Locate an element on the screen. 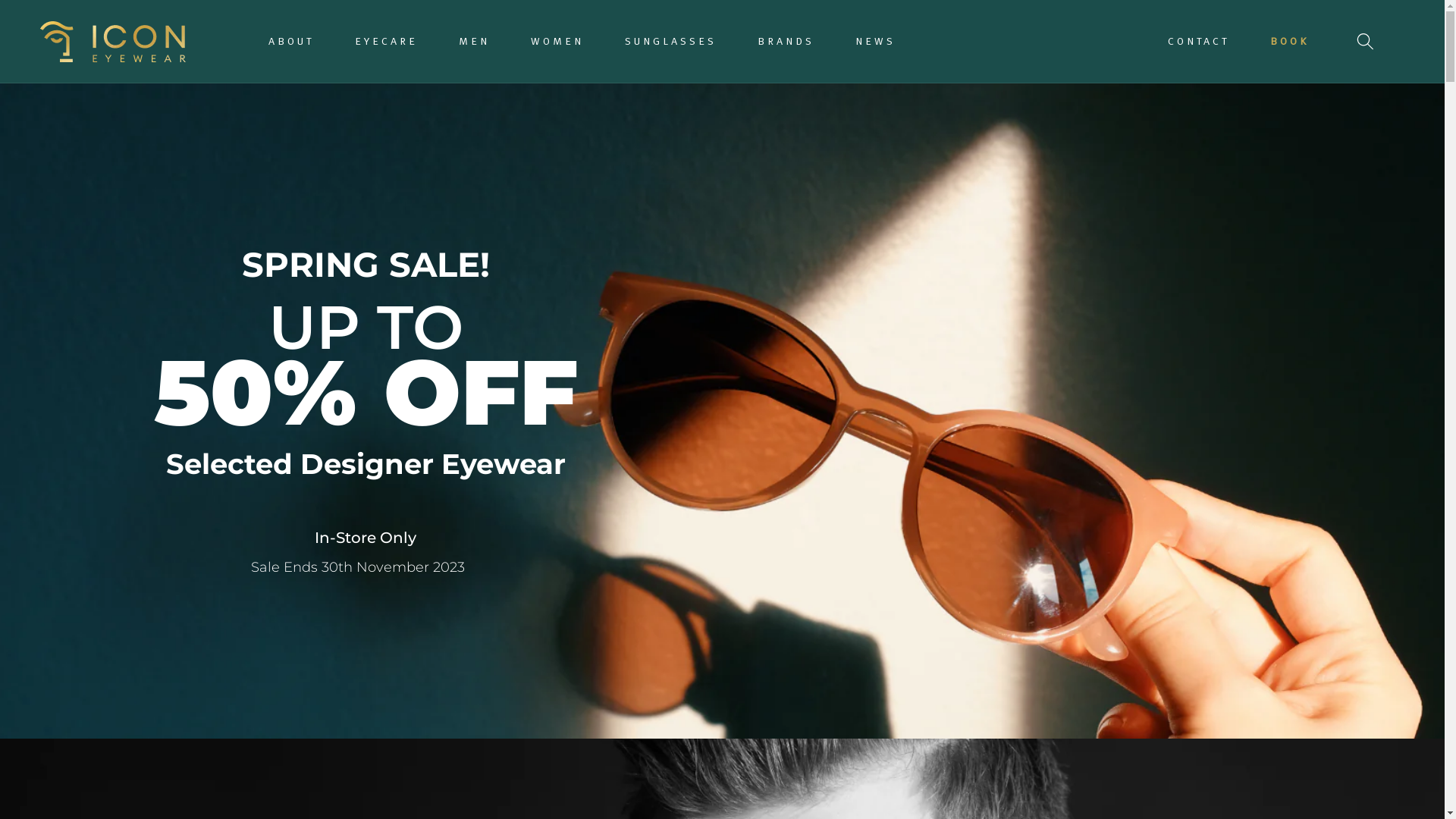 The image size is (1456, 819). 'NEWS' is located at coordinates (846, 40).